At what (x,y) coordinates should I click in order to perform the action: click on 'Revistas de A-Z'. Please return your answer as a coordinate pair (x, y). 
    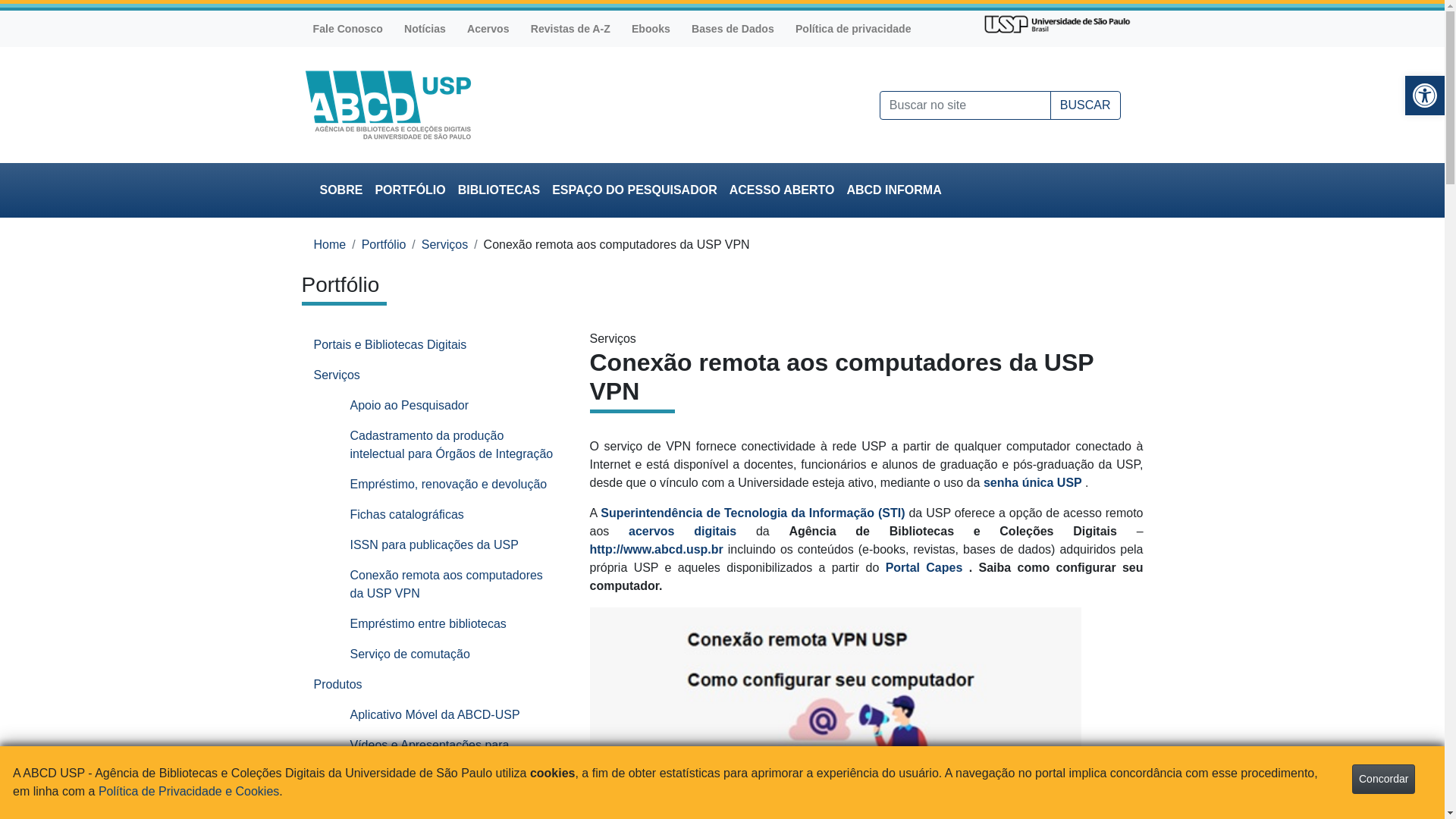
    Looking at the image, I should click on (570, 29).